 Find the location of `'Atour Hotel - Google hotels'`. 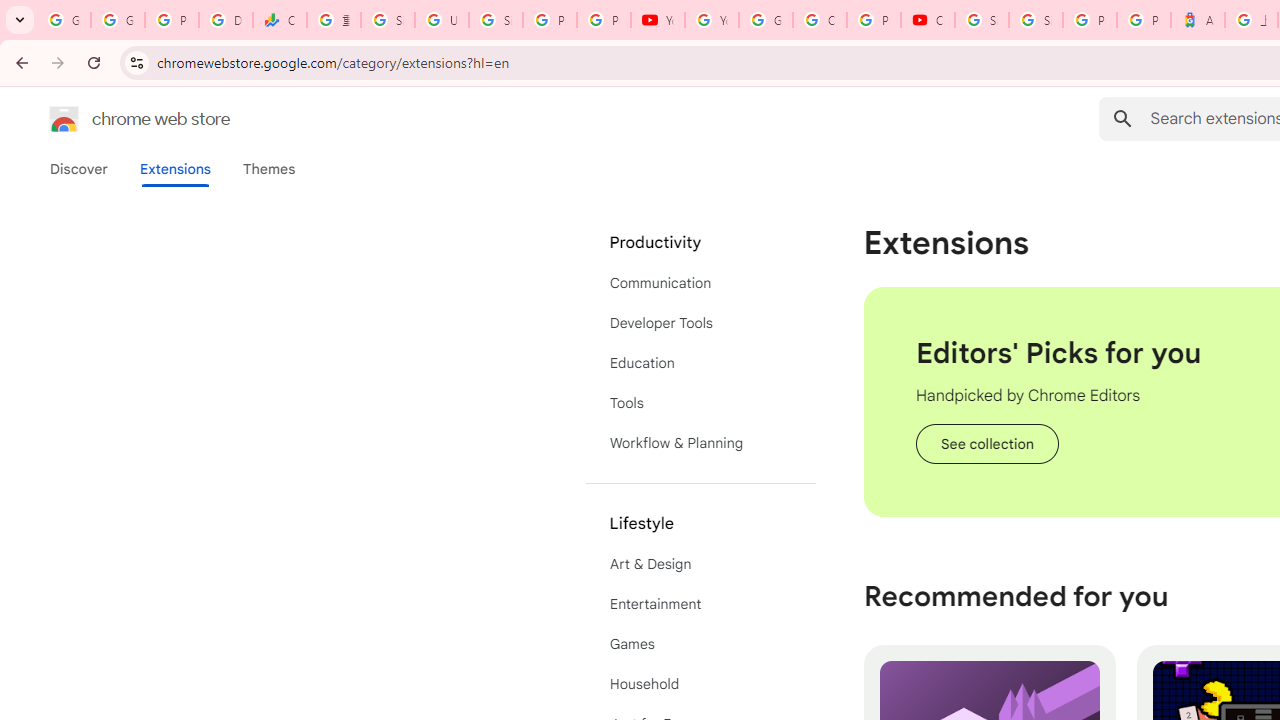

'Atour Hotel - Google hotels' is located at coordinates (1198, 20).